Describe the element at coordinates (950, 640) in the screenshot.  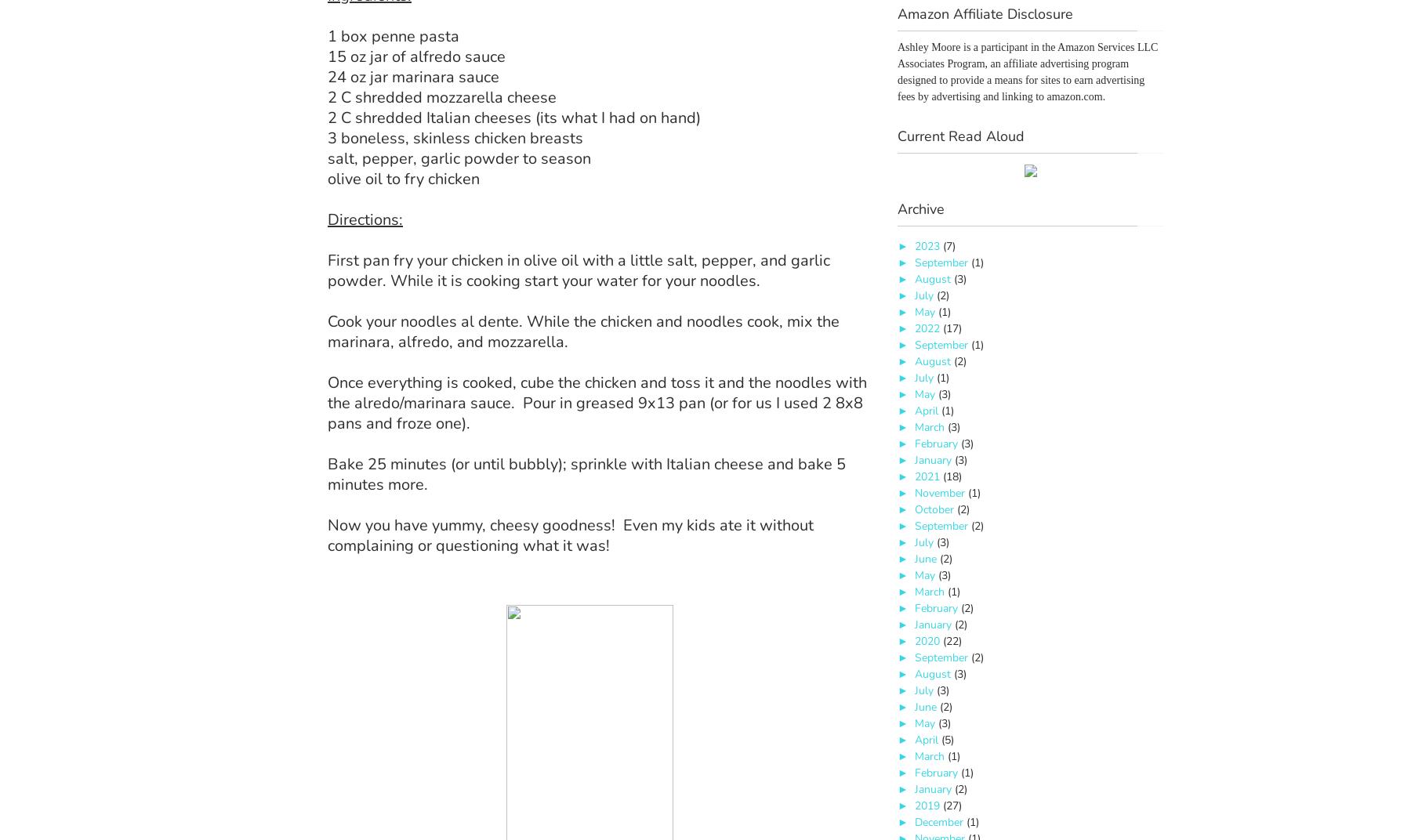
I see `'(22)'` at that location.